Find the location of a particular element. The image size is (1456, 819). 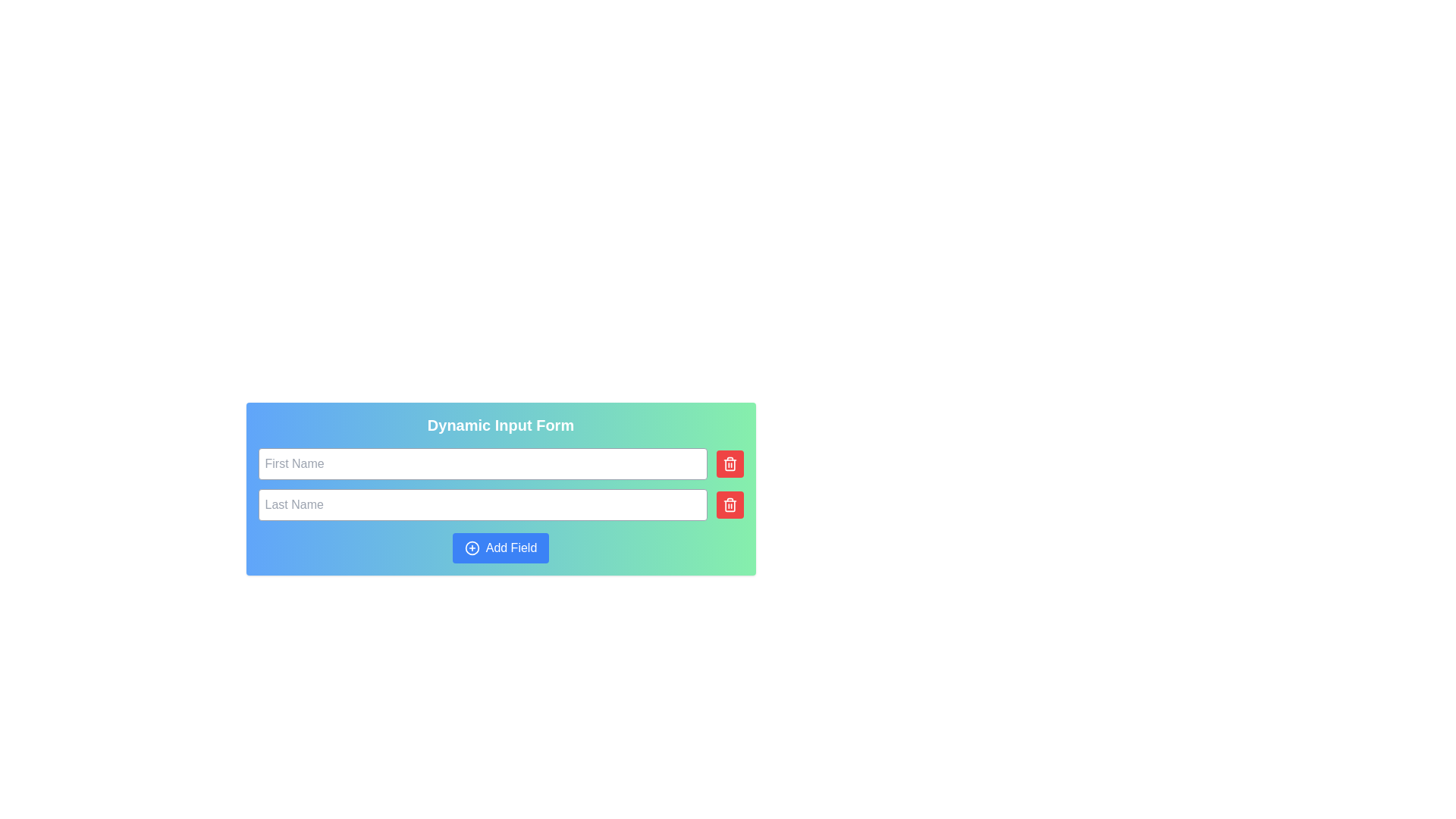

the bold, white text label reading 'Dynamic Input Form' located at the top of the interface, which is centered horizontally and styled on a gradient background transitioning from blue to green is located at coordinates (500, 425).